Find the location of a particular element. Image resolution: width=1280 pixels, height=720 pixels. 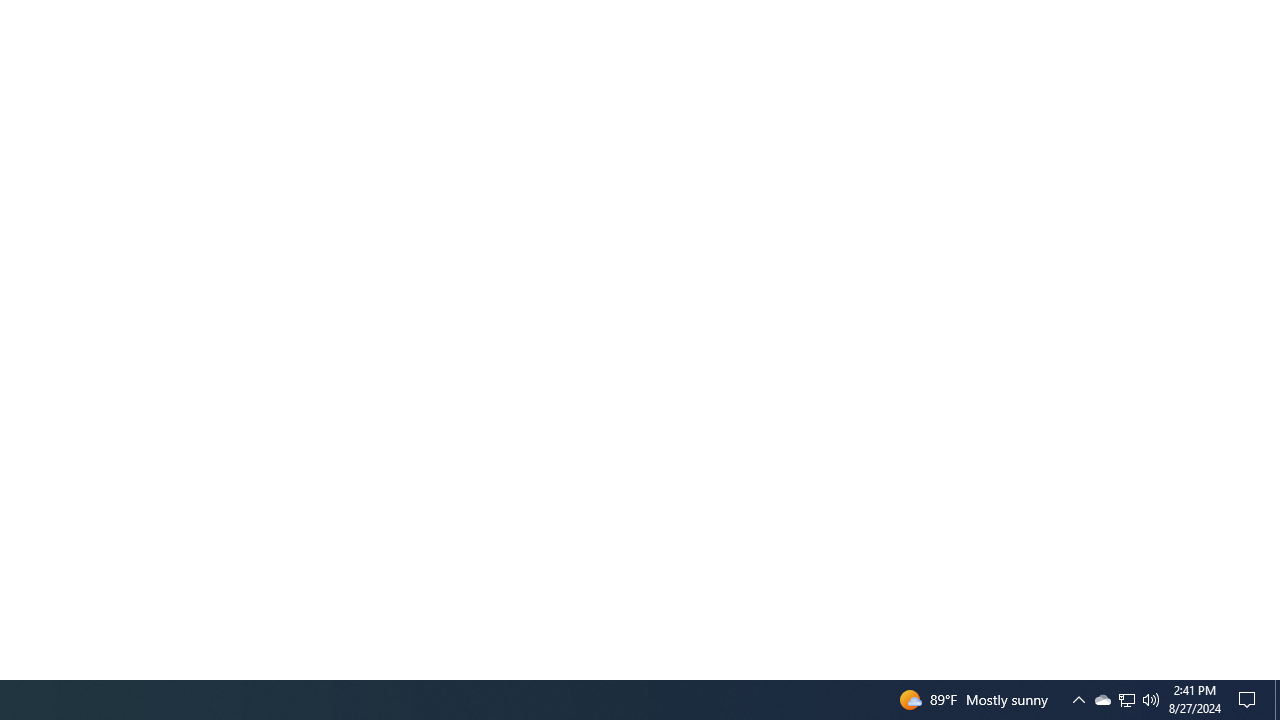

'Show desktop' is located at coordinates (1276, 698).